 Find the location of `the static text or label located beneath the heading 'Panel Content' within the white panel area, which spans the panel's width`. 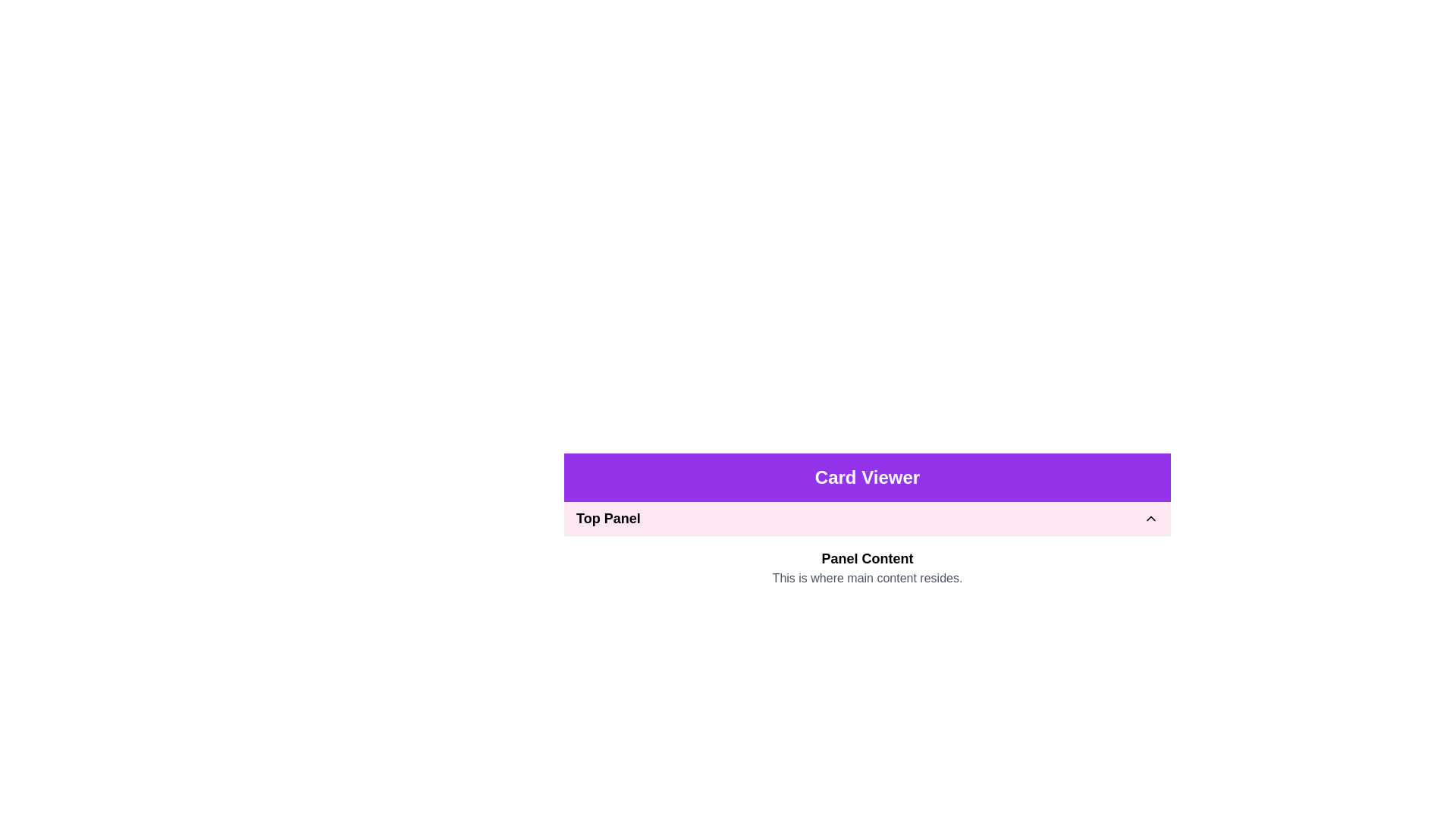

the static text or label located beneath the heading 'Panel Content' within the white panel area, which spans the panel's width is located at coordinates (867, 579).